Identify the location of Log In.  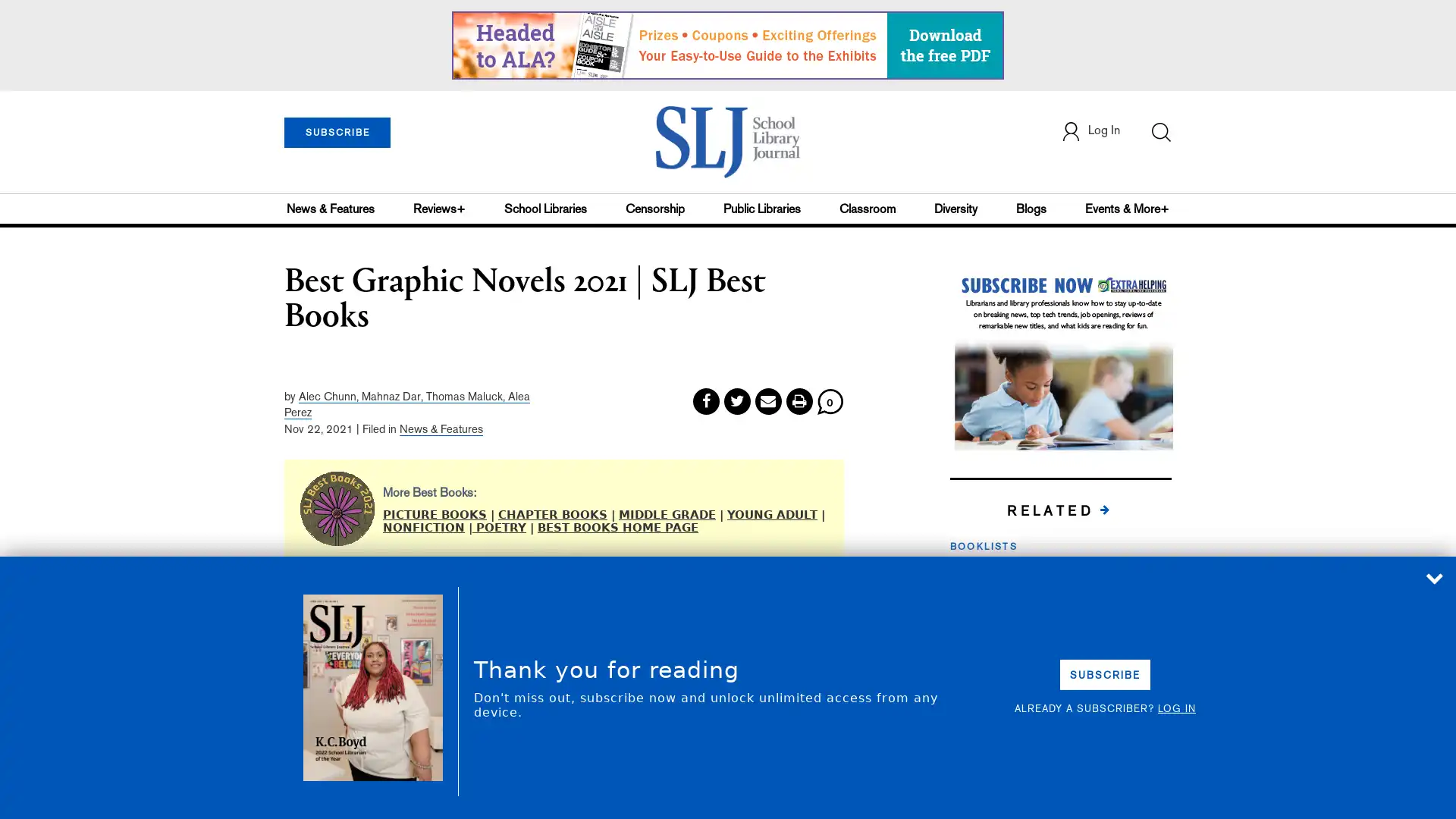
(1090, 130).